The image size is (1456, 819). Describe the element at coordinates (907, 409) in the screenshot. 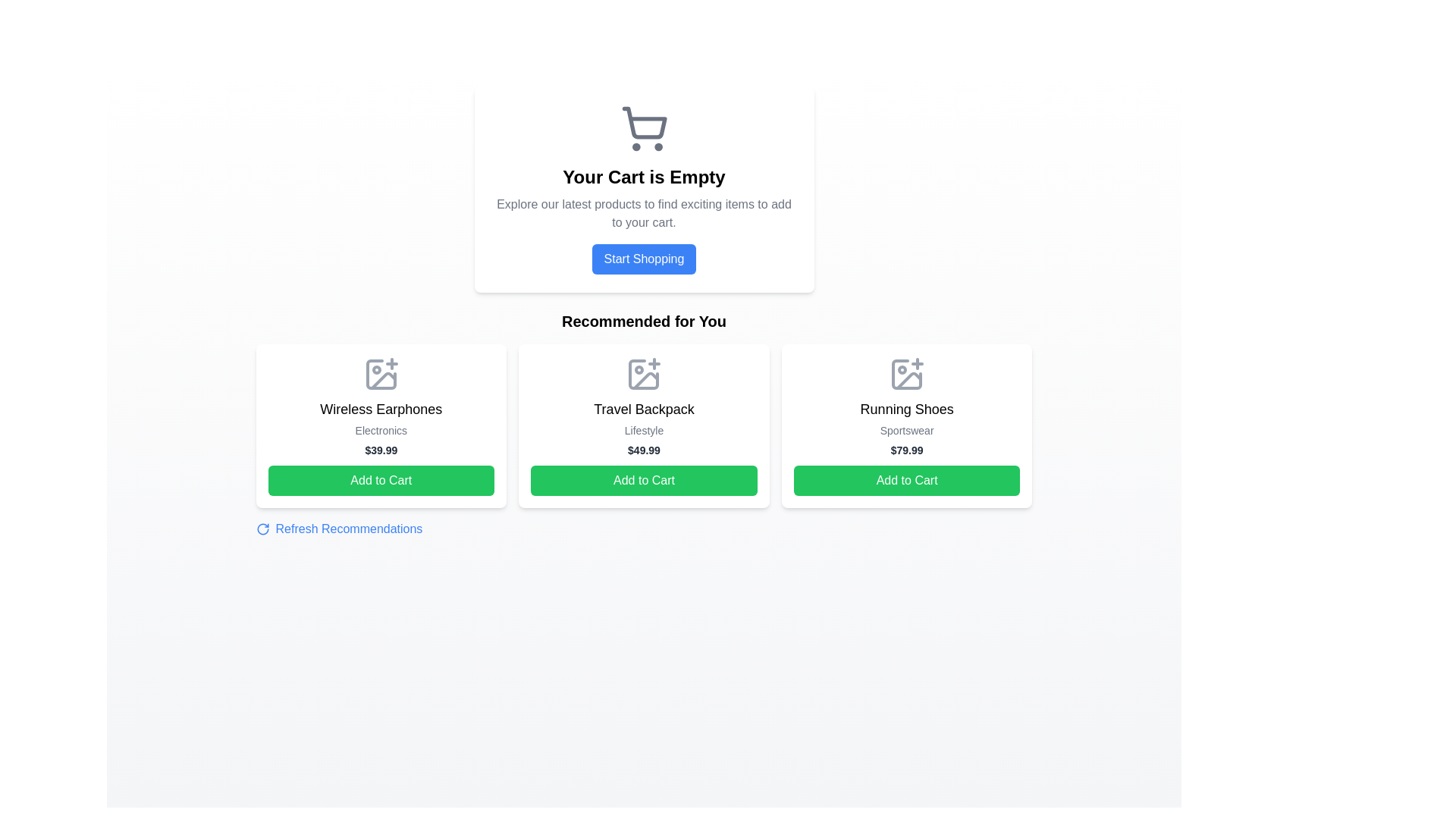

I see `the 'Running Shoes' text label, which serves as the product title in the middle column of the card layout, positioned below the image placeholder and above the 'Sportswear' label` at that location.